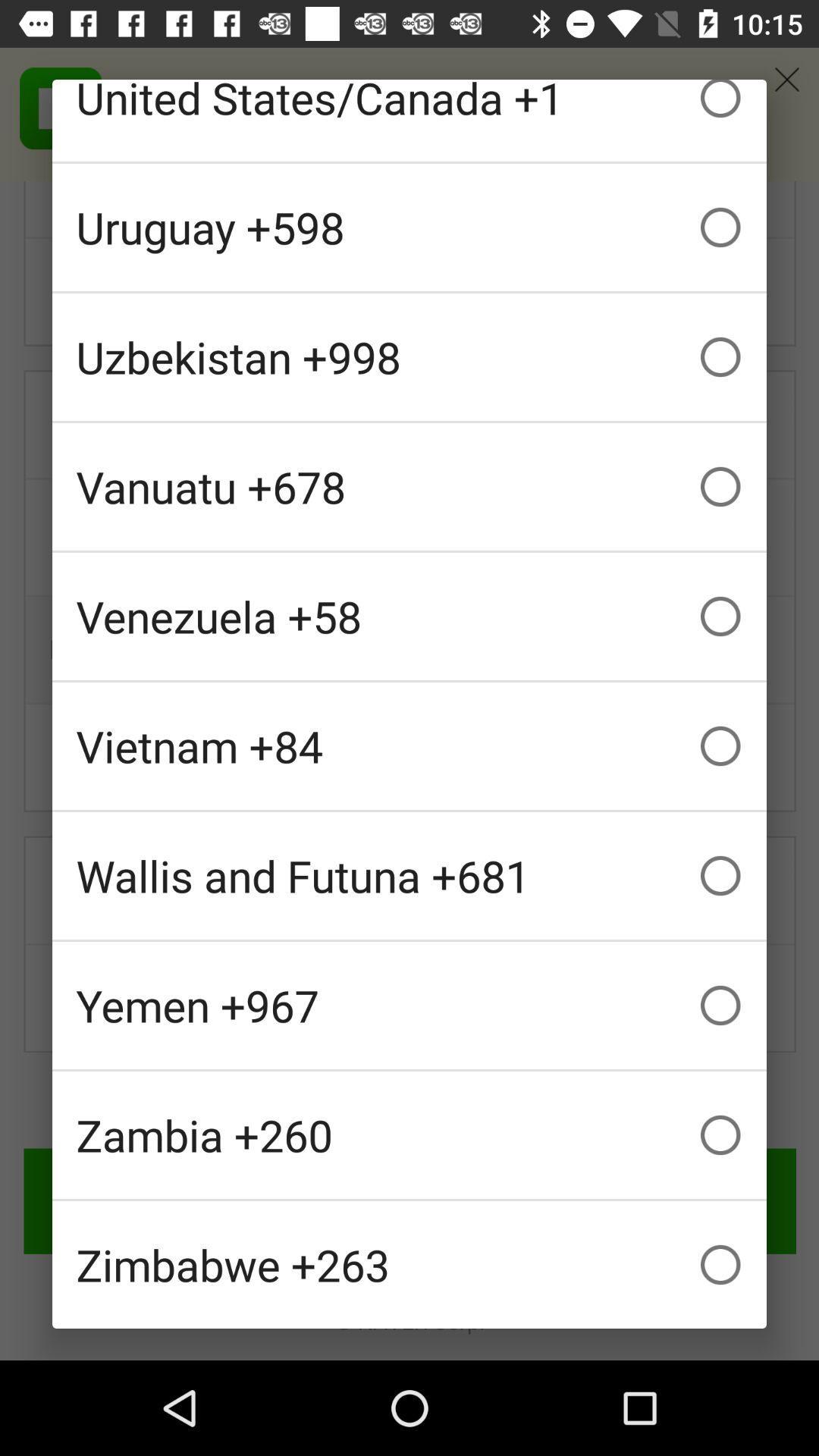 This screenshot has height=1456, width=819. Describe the element at coordinates (409, 487) in the screenshot. I see `the icon below uzbekistan +998` at that location.